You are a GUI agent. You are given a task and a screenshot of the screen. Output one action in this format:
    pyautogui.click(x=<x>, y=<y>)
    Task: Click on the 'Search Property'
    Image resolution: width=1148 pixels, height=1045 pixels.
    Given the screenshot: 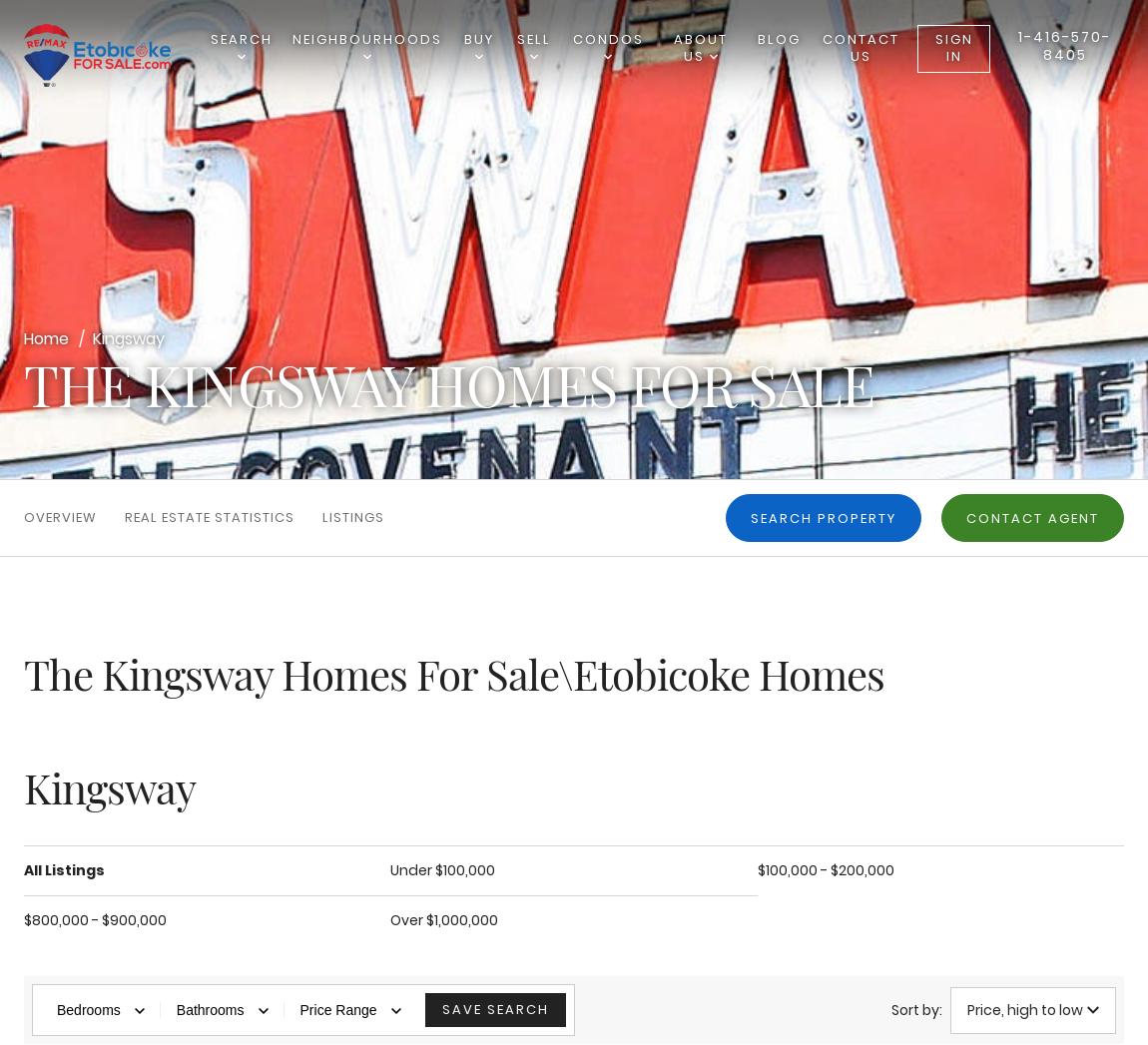 What is the action you would take?
    pyautogui.click(x=823, y=517)
    